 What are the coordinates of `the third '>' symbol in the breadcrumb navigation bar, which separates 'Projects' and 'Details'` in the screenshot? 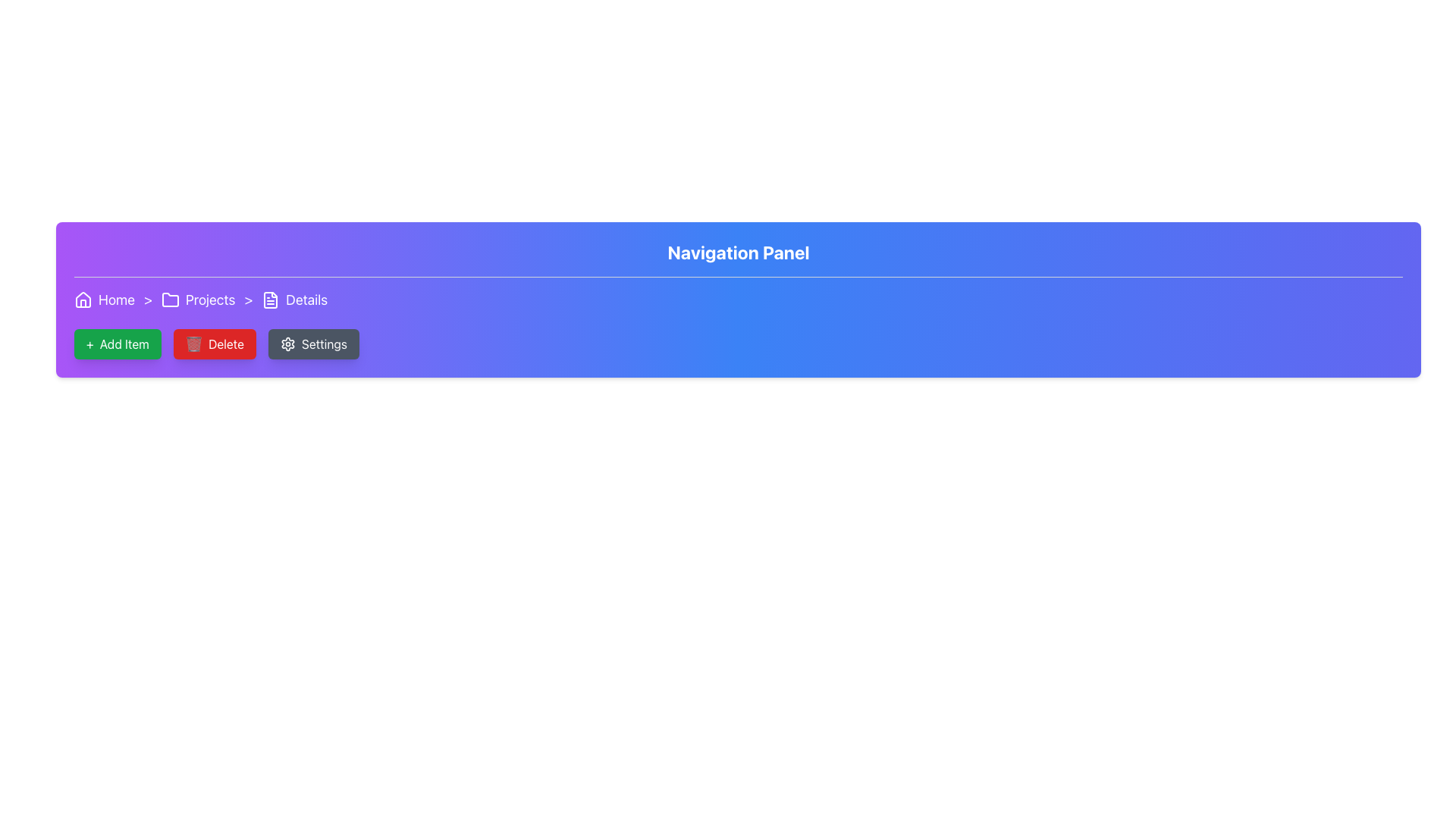 It's located at (248, 300).